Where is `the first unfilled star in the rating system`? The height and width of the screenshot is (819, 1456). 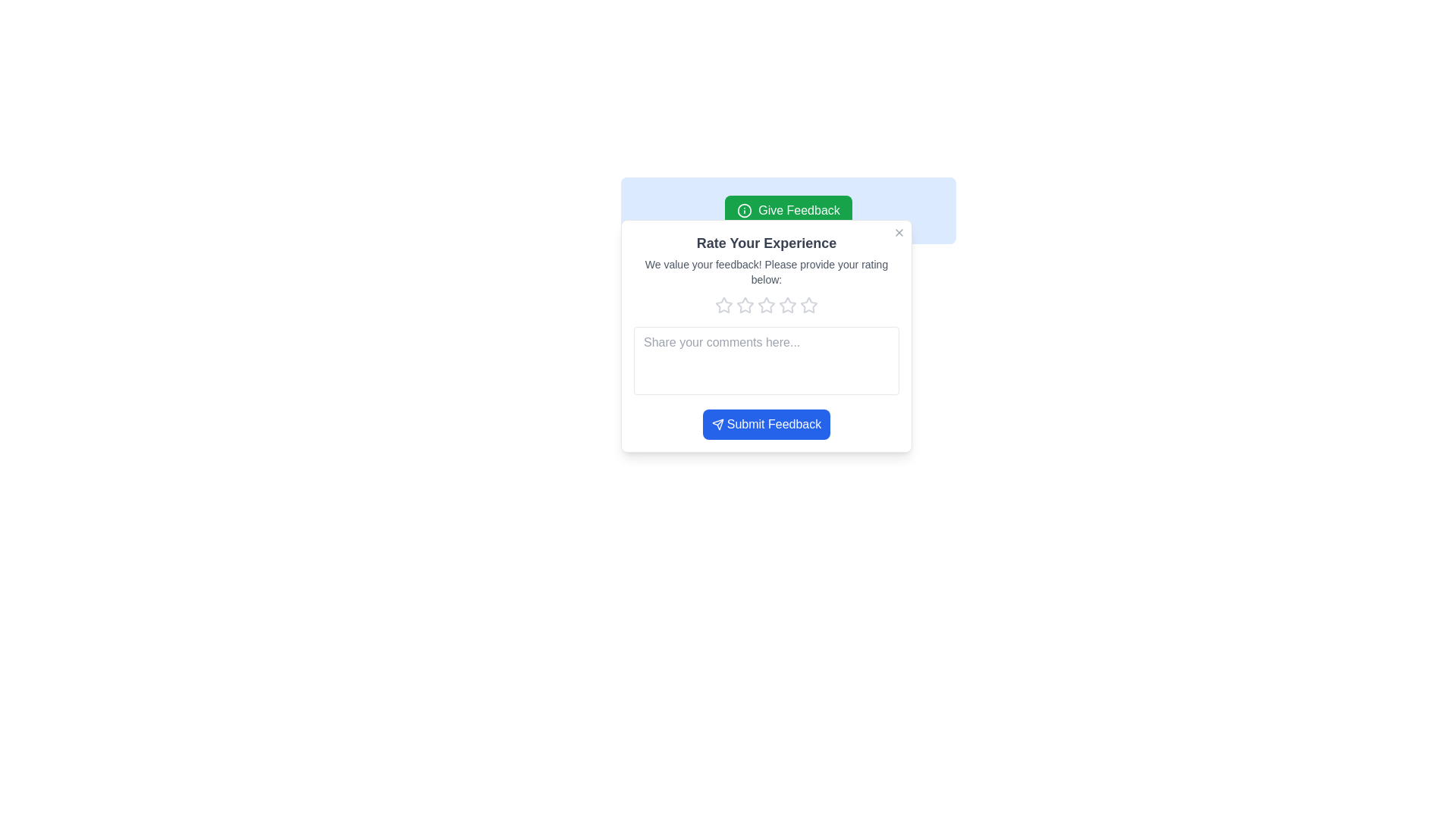
the first unfilled star in the rating system is located at coordinates (745, 305).